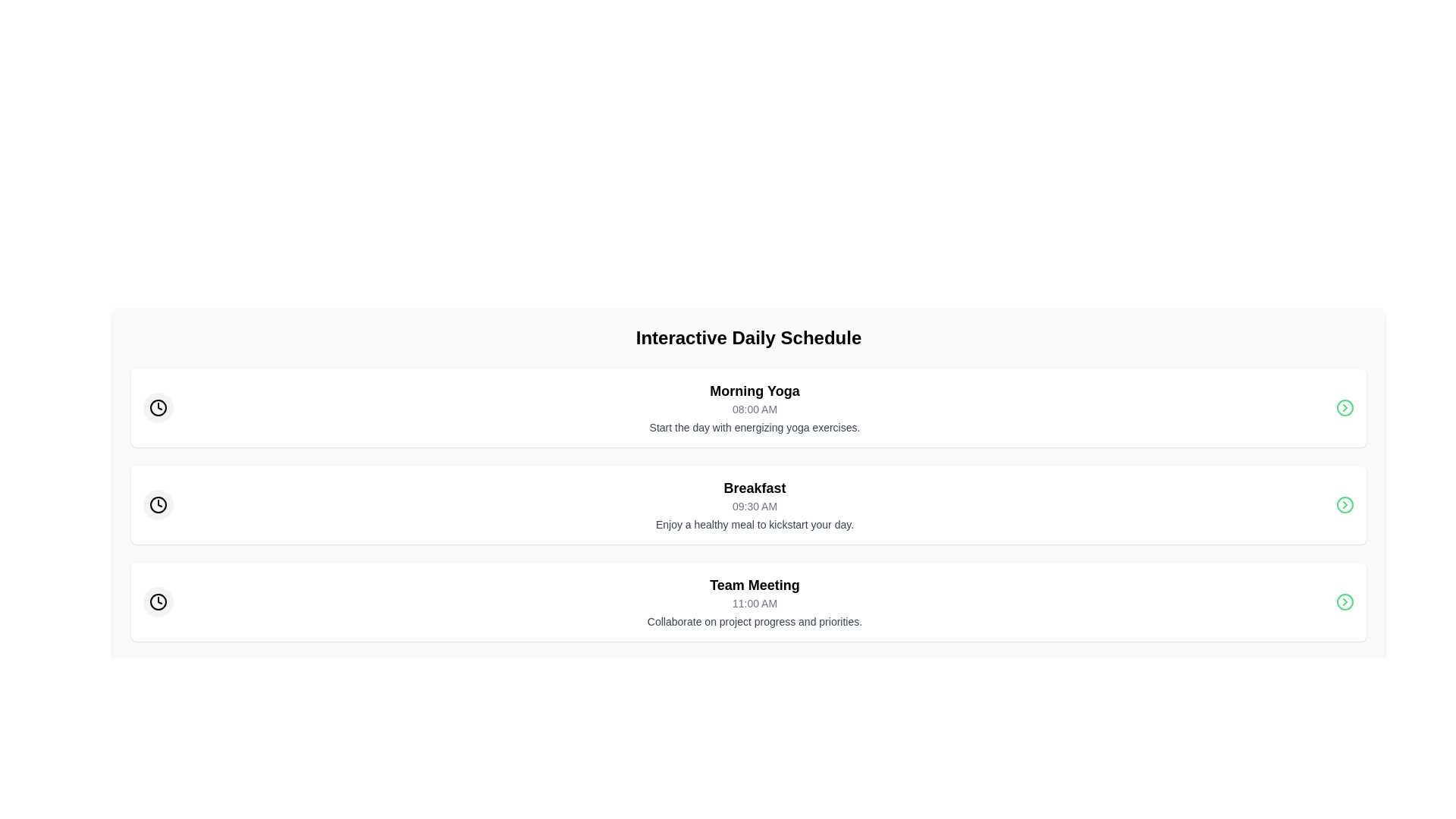  I want to click on the text label that reads 'Collaborate on project progress and priorities.' located at the bottom of the 'Team Meeting' section, so click(755, 622).